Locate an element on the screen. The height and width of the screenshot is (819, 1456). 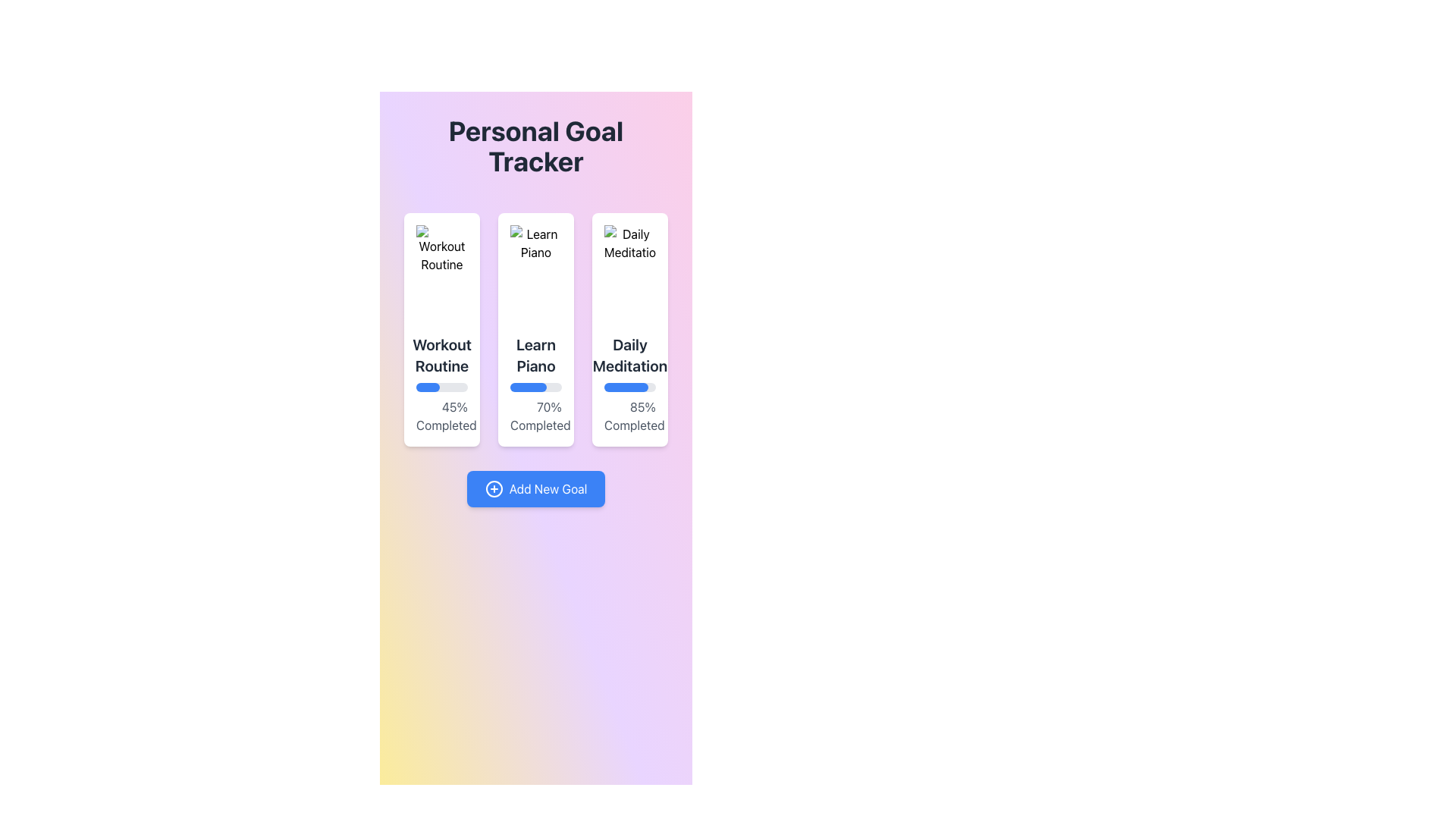
the blue rounded rectangle button labeled 'Add New Goal' is located at coordinates (535, 488).